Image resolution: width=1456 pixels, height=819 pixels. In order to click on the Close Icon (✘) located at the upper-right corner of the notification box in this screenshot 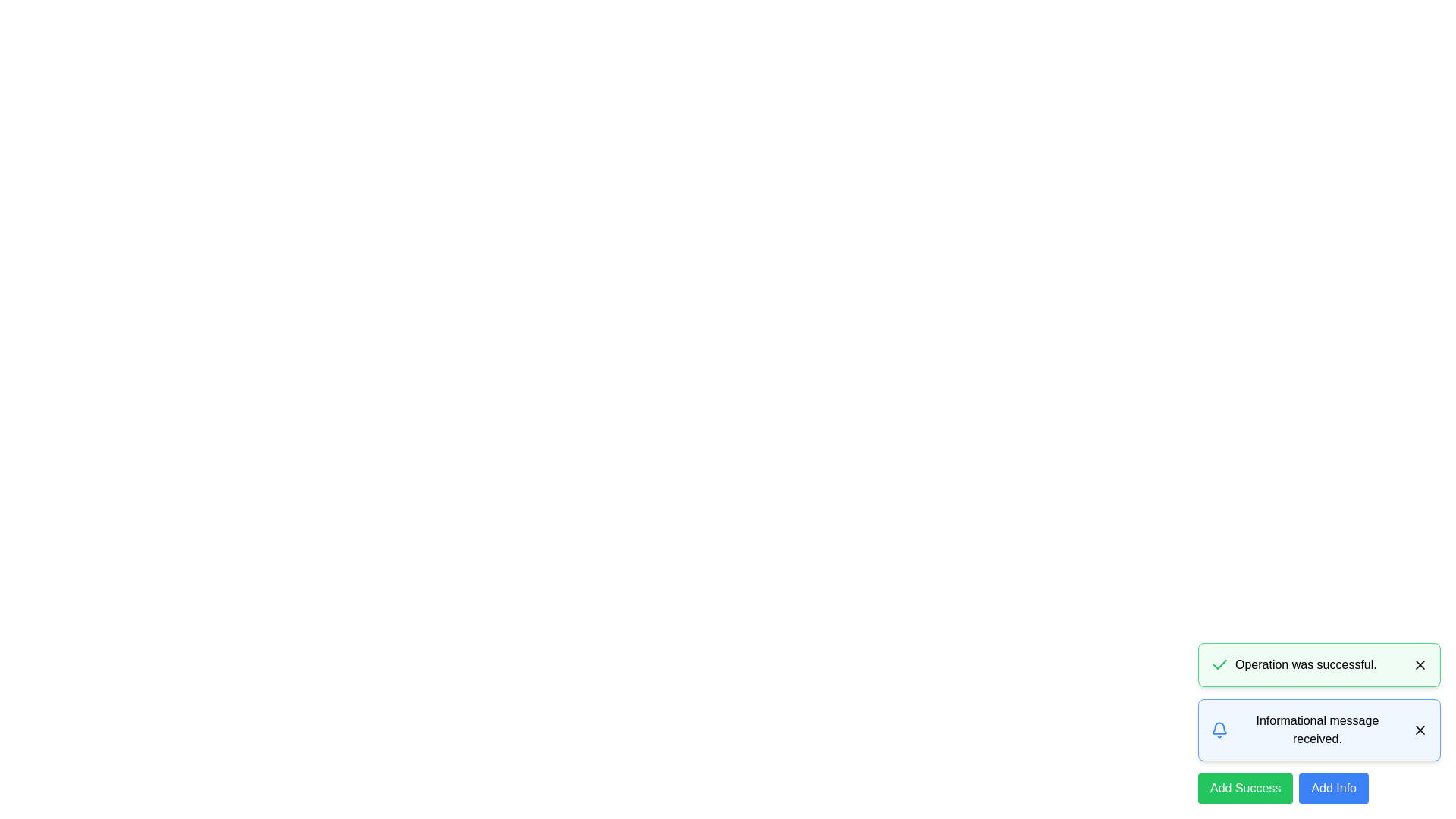, I will do `click(1419, 730)`.